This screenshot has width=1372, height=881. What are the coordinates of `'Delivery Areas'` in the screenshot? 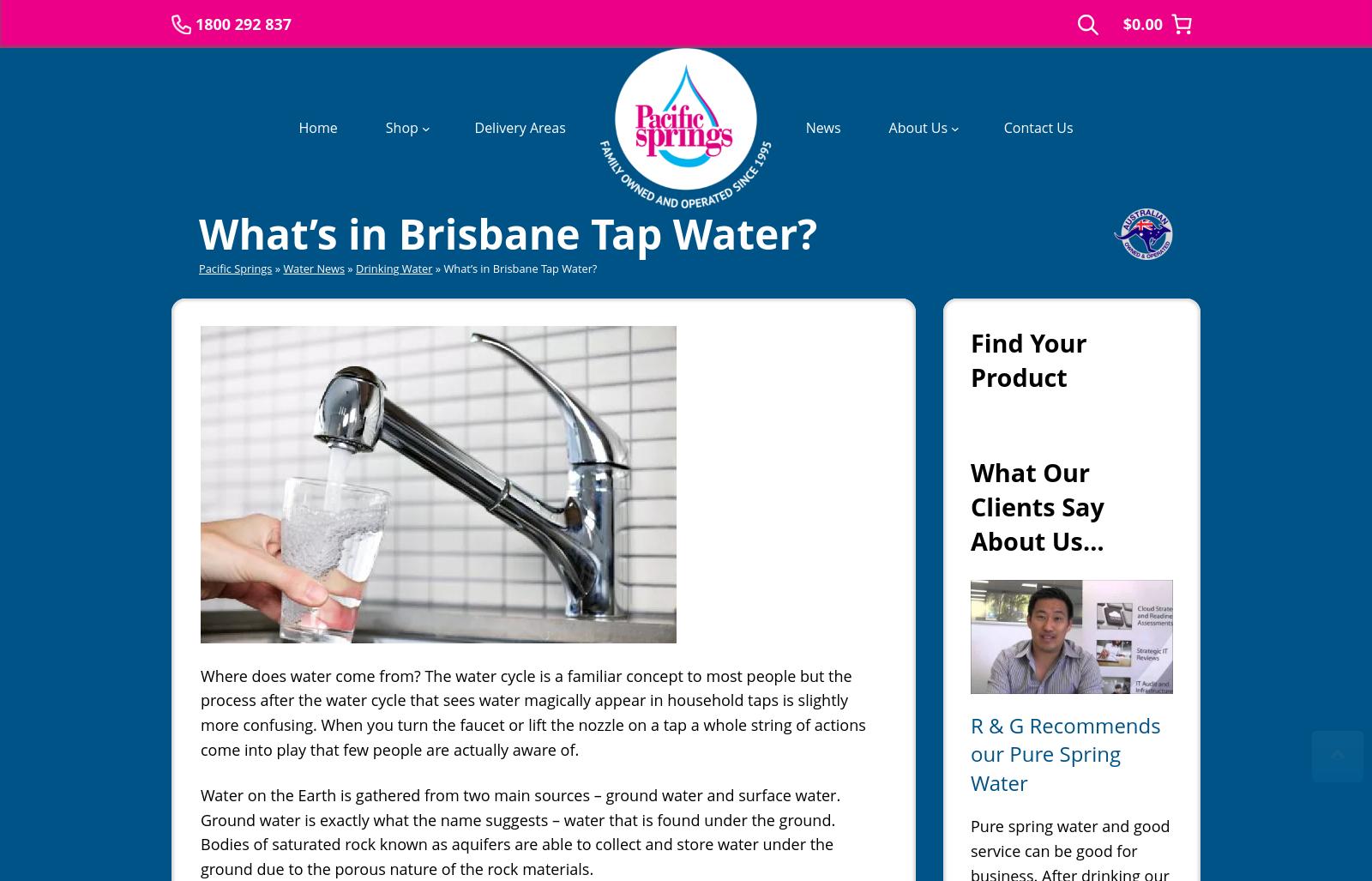 It's located at (520, 126).